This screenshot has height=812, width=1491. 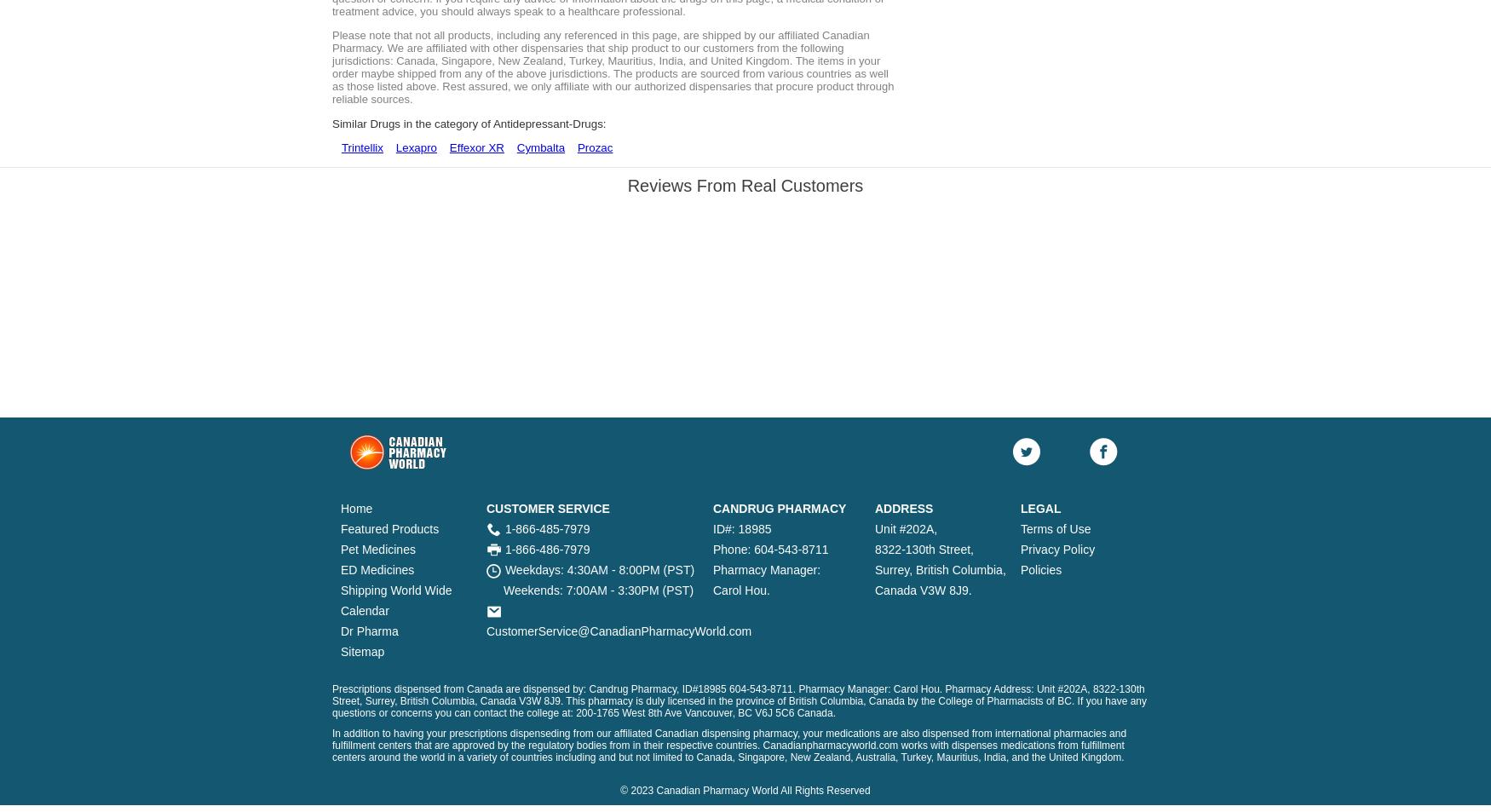 What do you see at coordinates (361, 651) in the screenshot?
I see `'Sitemap'` at bounding box center [361, 651].